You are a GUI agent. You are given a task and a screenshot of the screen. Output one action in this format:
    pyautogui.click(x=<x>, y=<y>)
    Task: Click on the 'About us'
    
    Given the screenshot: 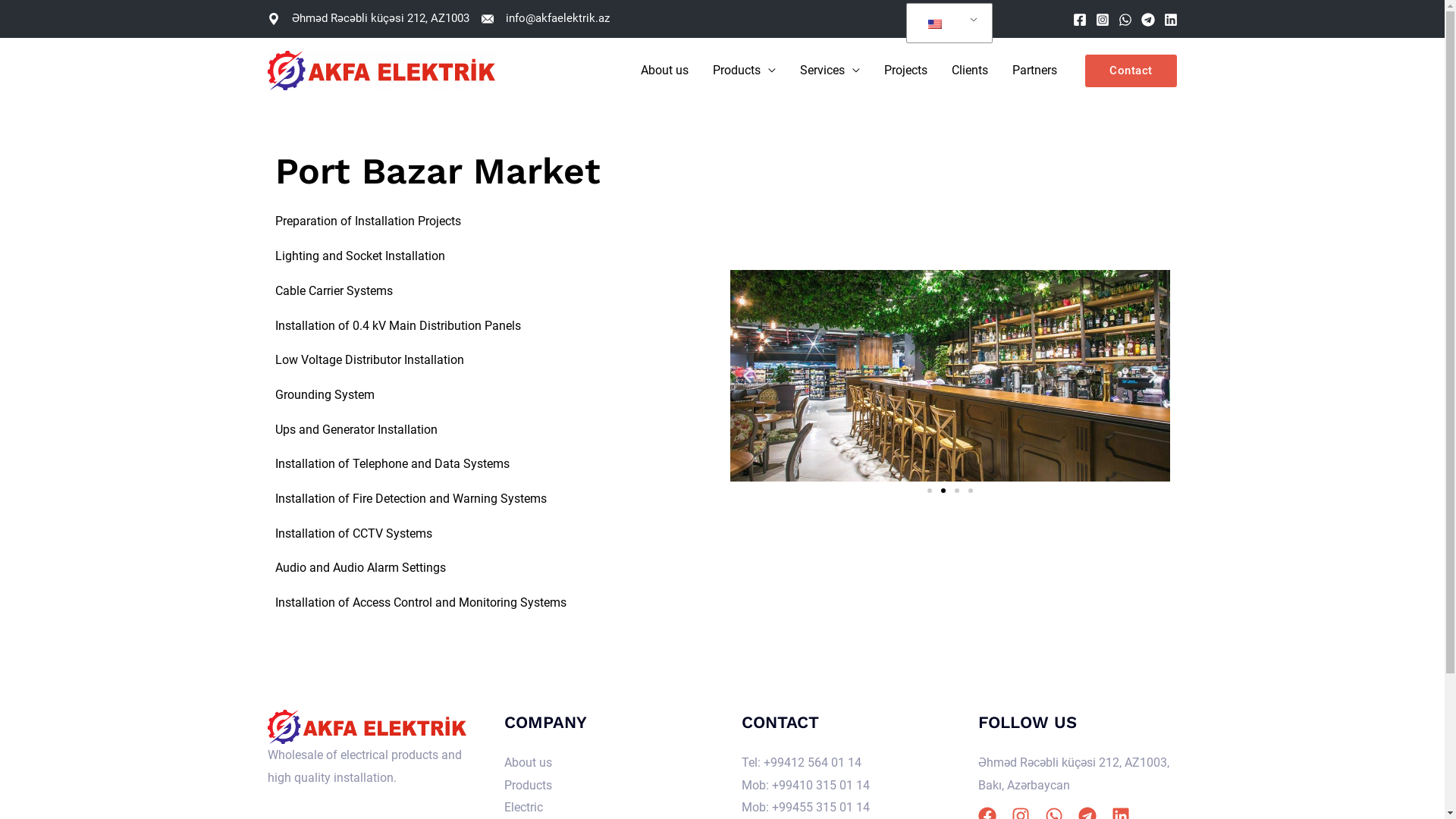 What is the action you would take?
    pyautogui.click(x=664, y=70)
    